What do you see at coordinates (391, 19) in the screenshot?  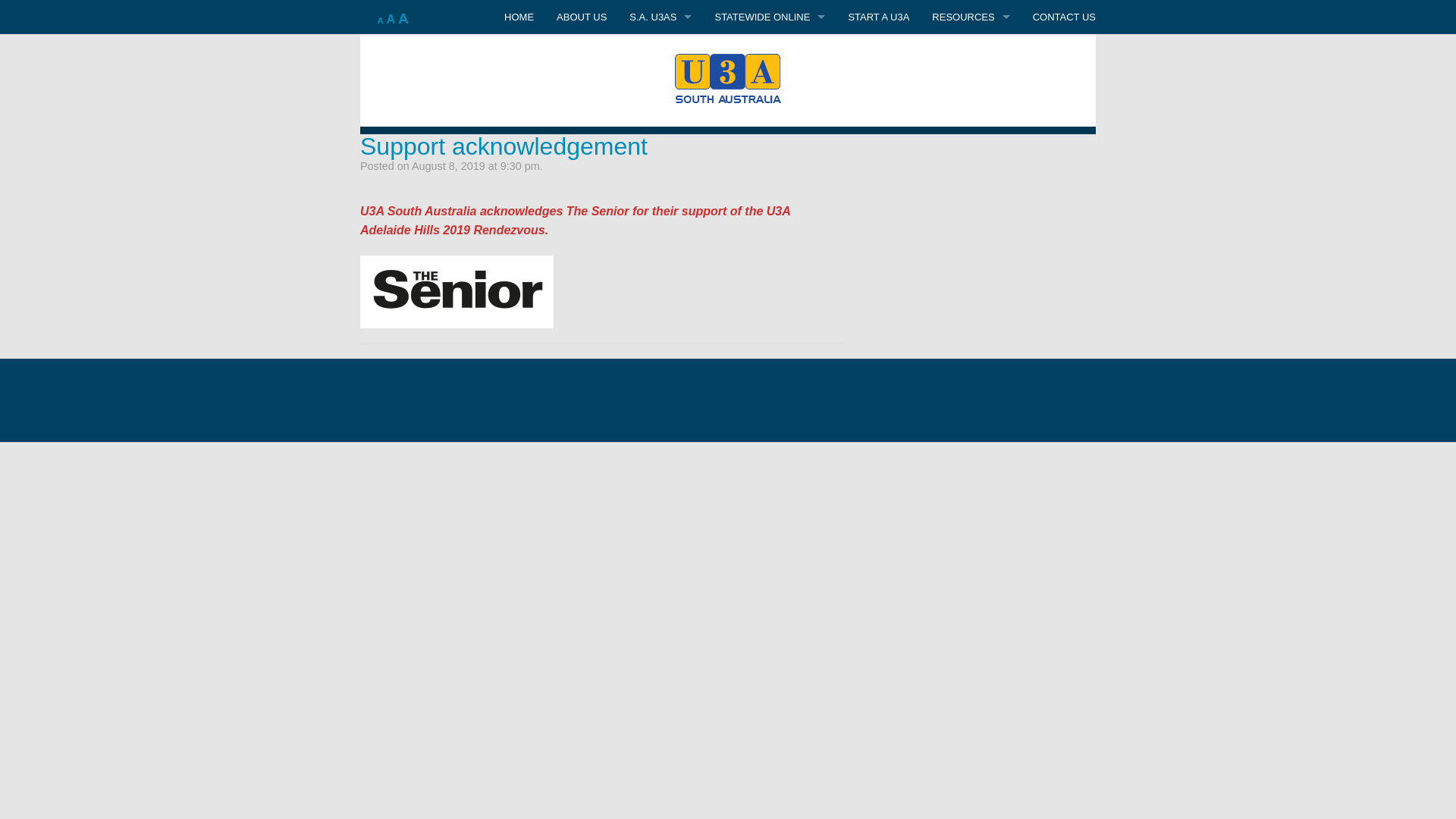 I see `'A'` at bounding box center [391, 19].